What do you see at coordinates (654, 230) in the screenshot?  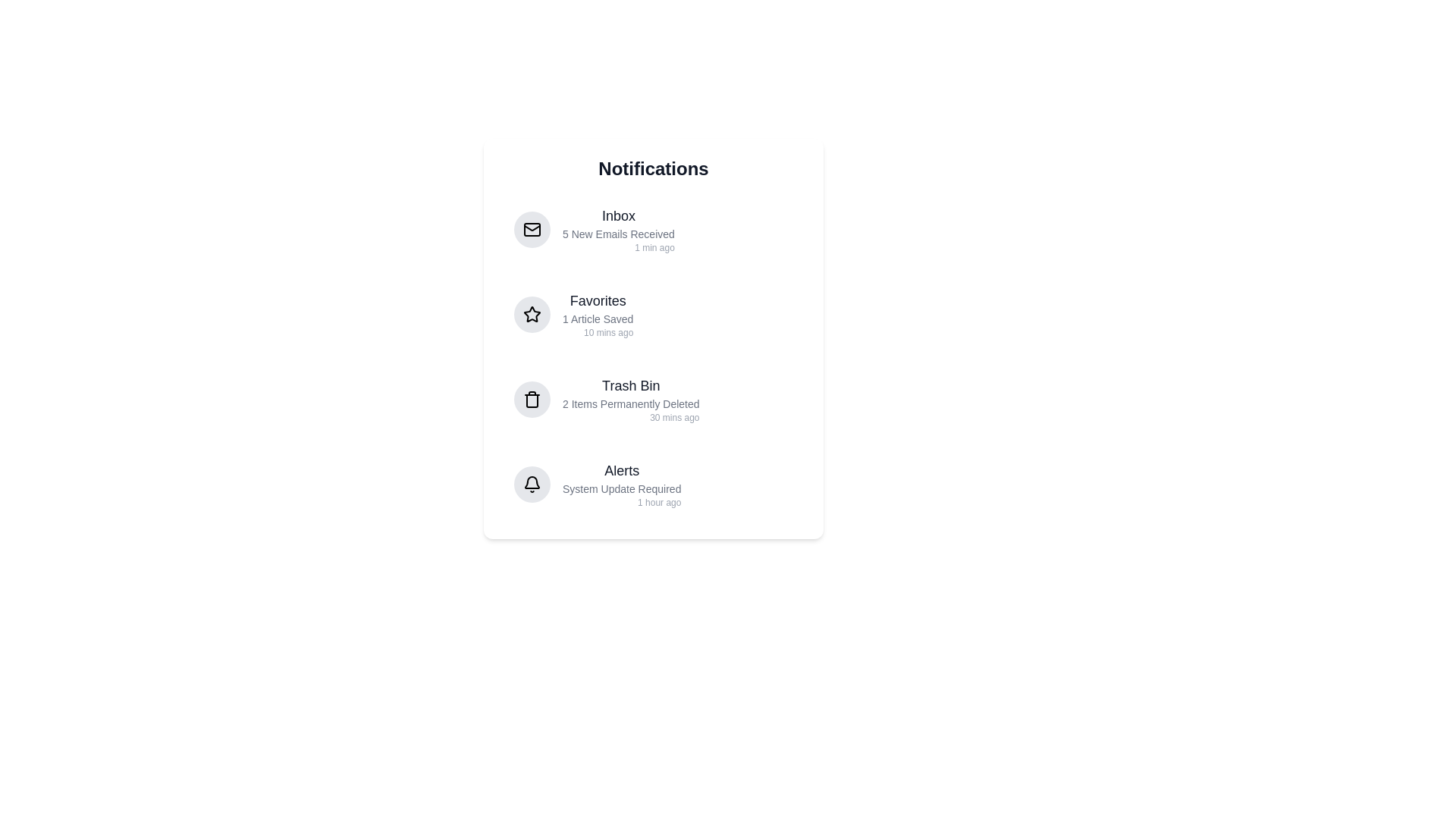 I see `the notification Inbox to see its hover effect` at bounding box center [654, 230].